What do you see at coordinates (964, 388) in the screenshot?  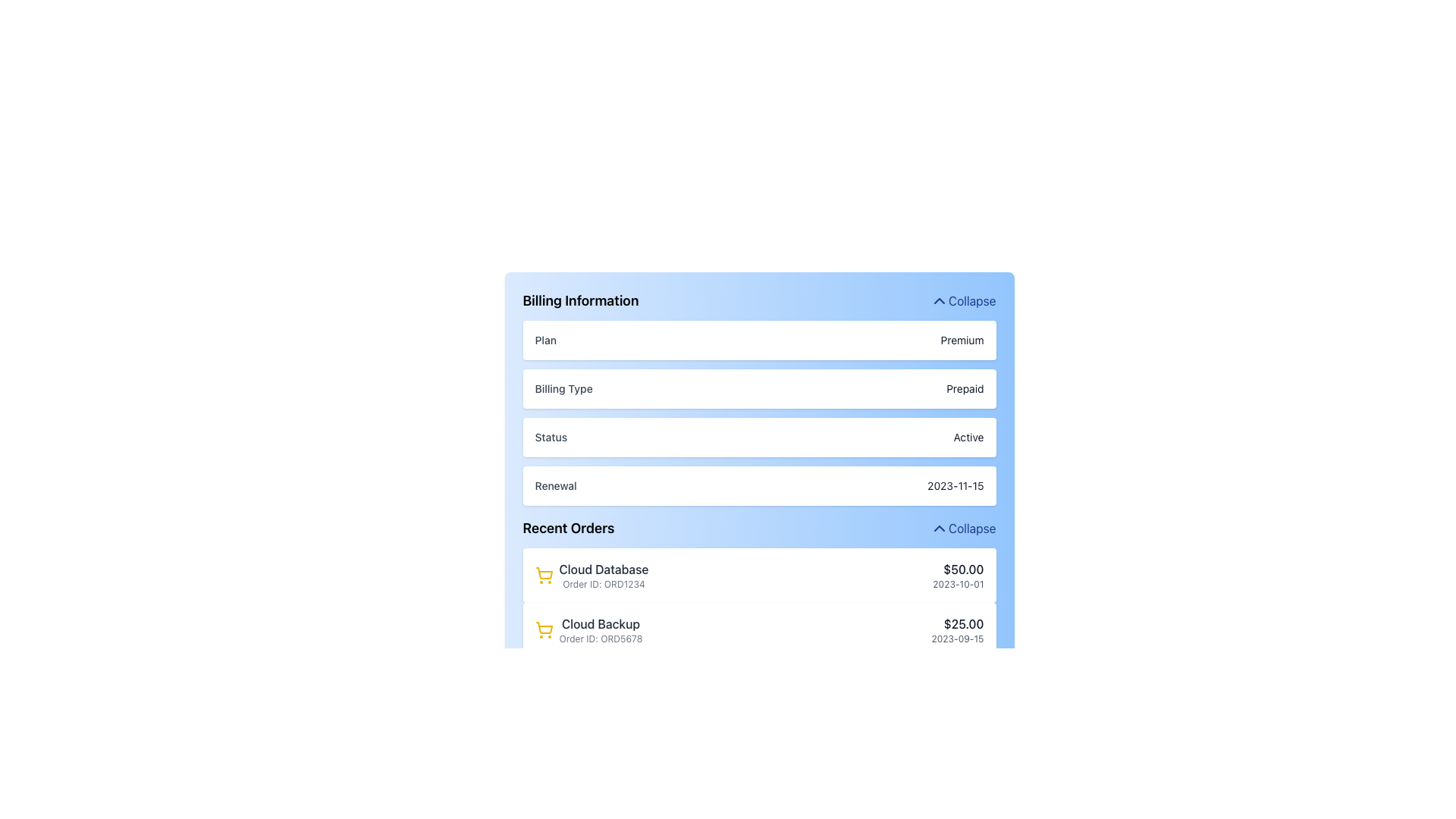 I see `the text label displaying 'Prepaid' in bold, black styling, located to the right of the 'Billing Type' label within the 'Billing Information' section` at bounding box center [964, 388].